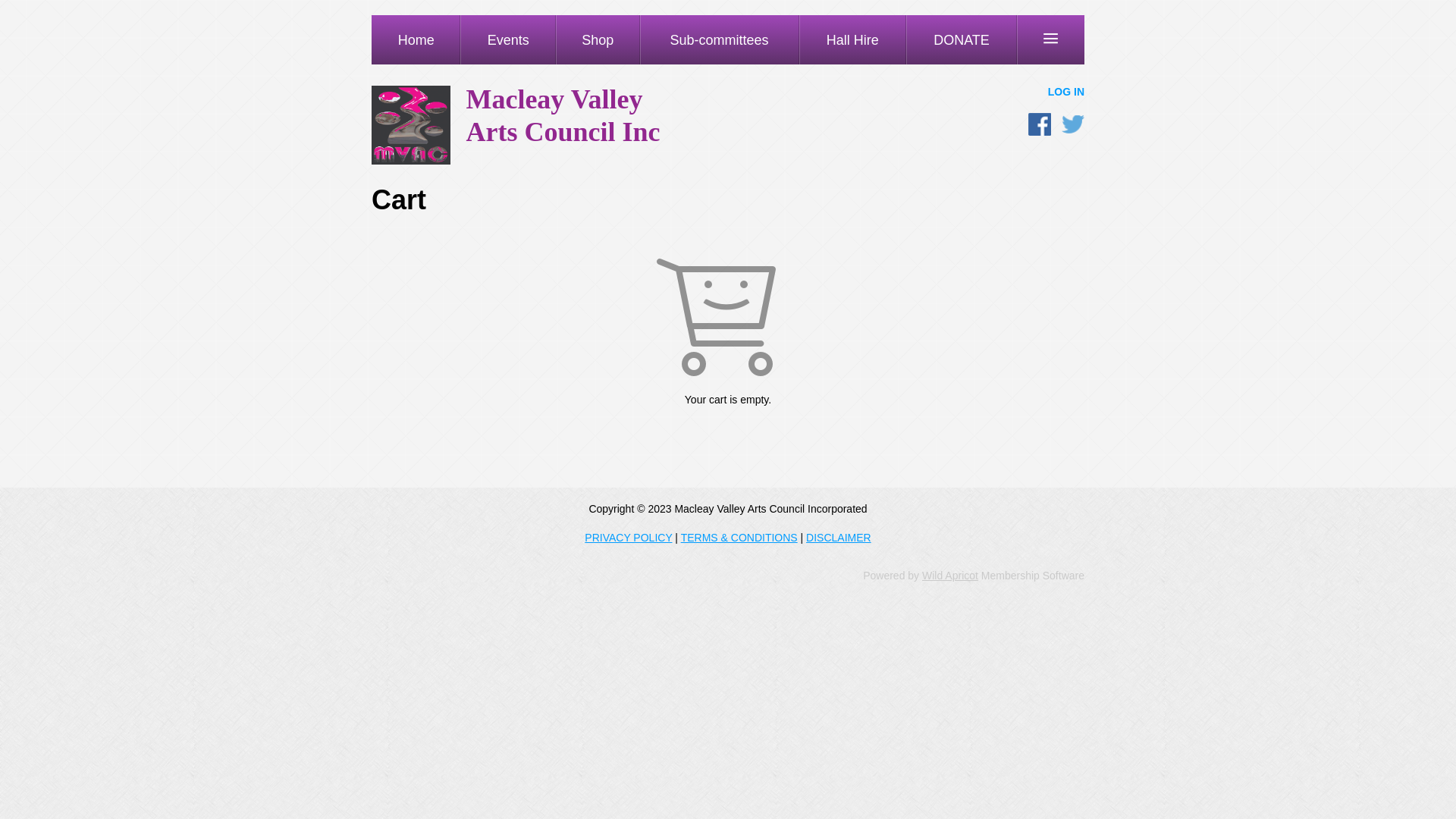 This screenshot has height=819, width=1456. I want to click on 'Sub-committees', so click(640, 39).